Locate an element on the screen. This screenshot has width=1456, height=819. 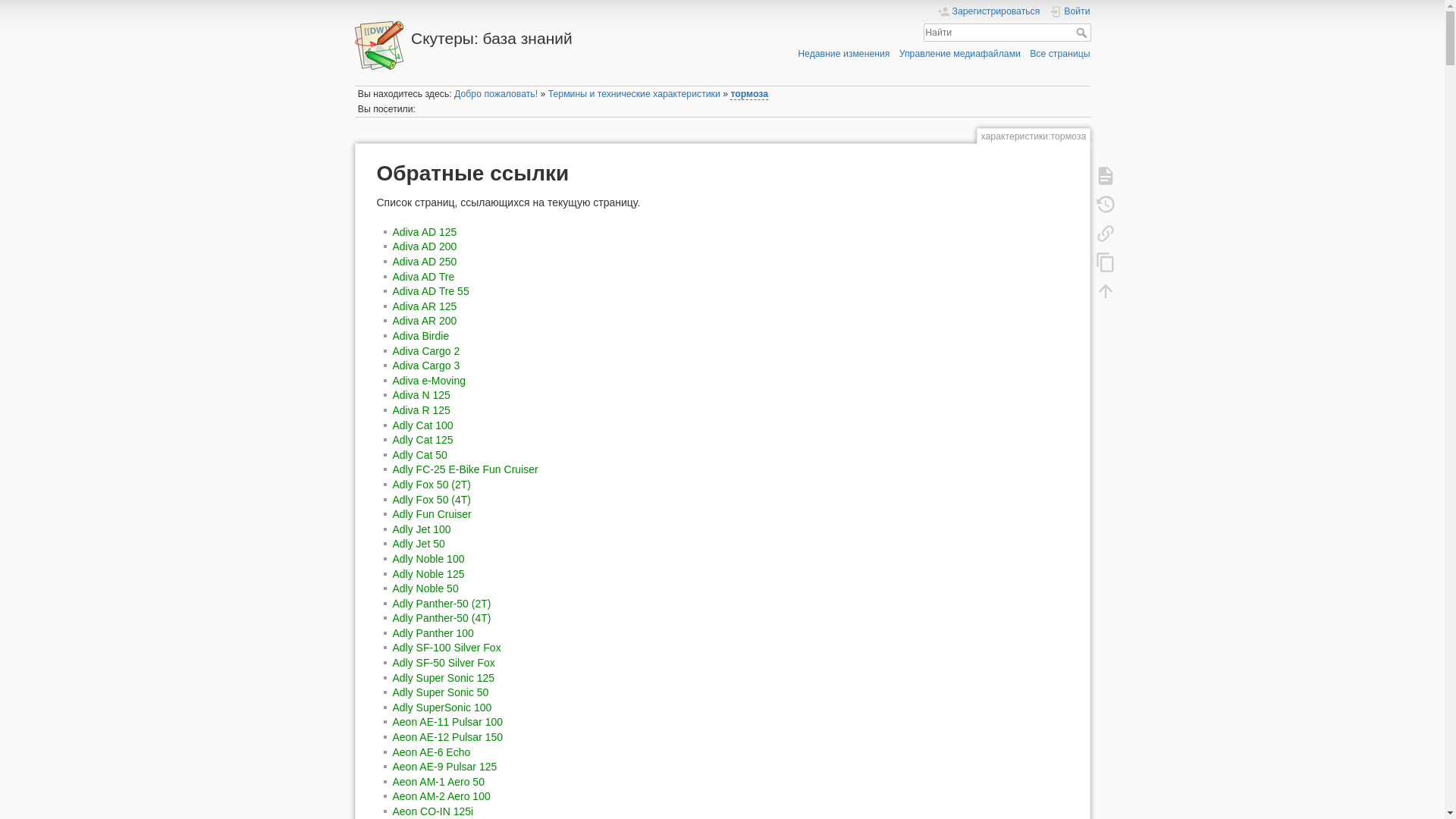
'Adly Noble 100' is located at coordinates (393, 558).